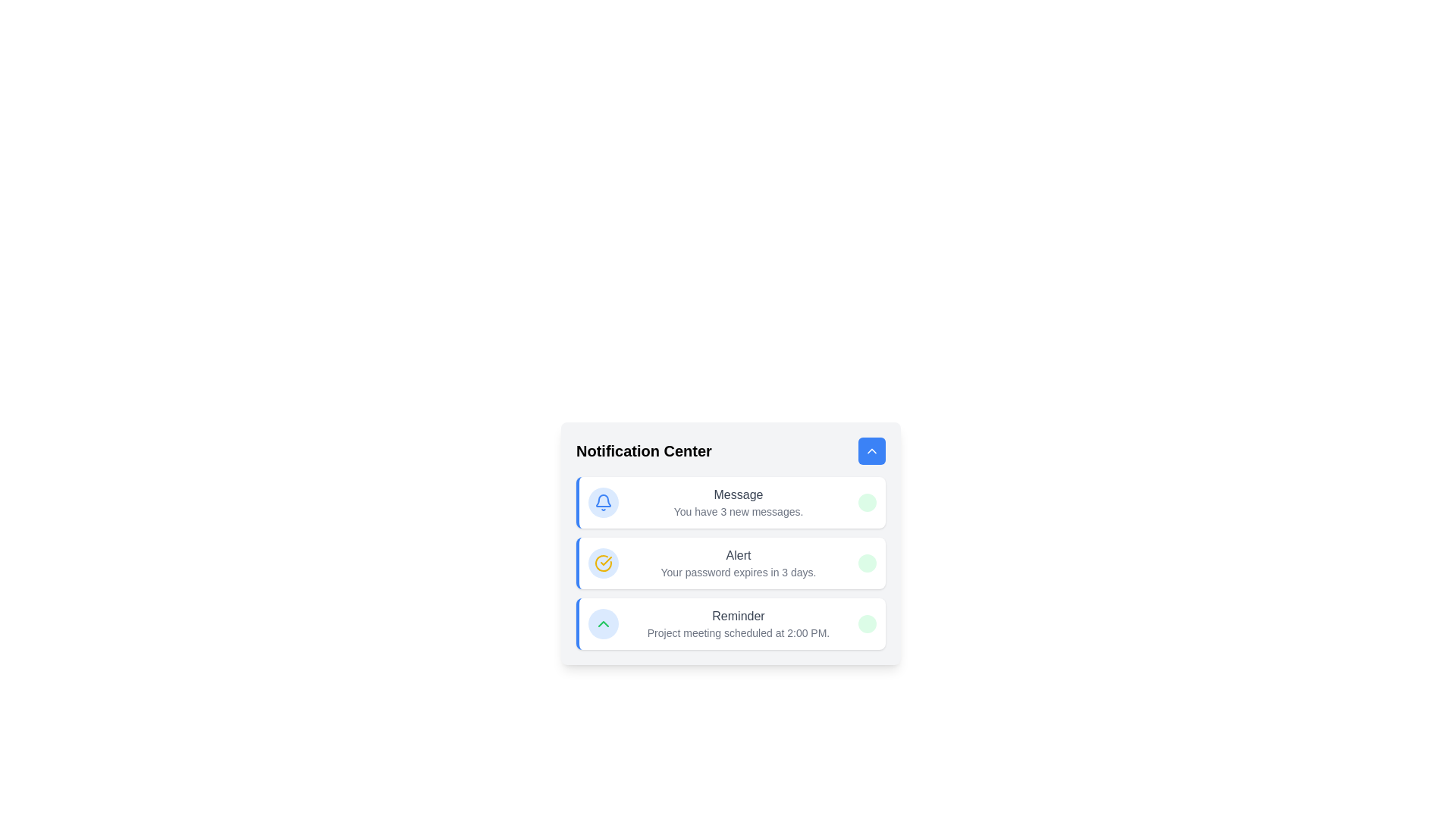 The image size is (1456, 819). What do you see at coordinates (877, 566) in the screenshot?
I see `the circular status indicator with a greenish background located at the far right of the 'Alert' notification item, which indicates that 'Your password expires in 3 days.'` at bounding box center [877, 566].